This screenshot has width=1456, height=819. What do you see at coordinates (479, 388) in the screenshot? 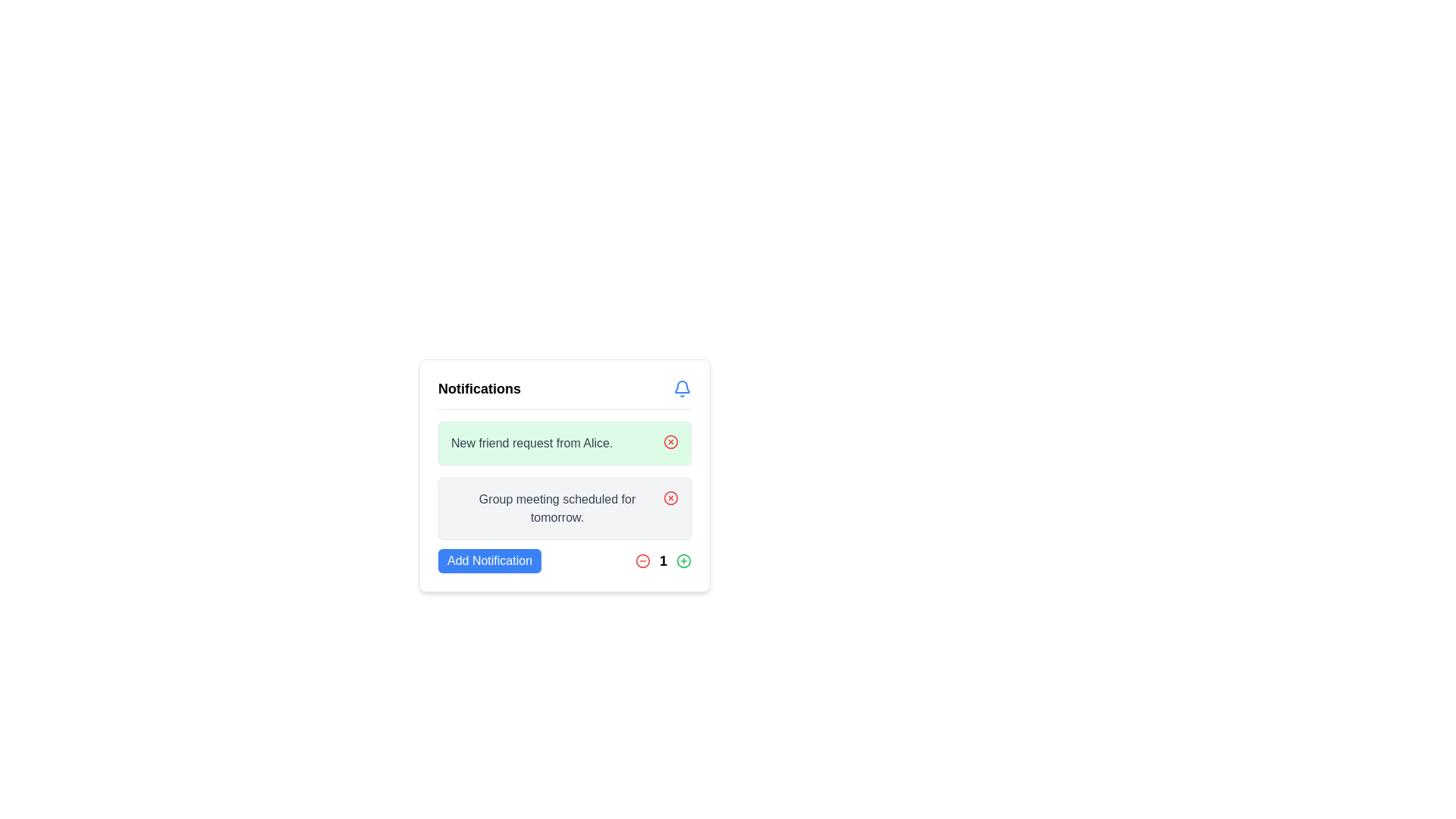
I see `the 'Notifications' text block, which is styled in bold and large font and positioned in the header section of the interface` at bounding box center [479, 388].